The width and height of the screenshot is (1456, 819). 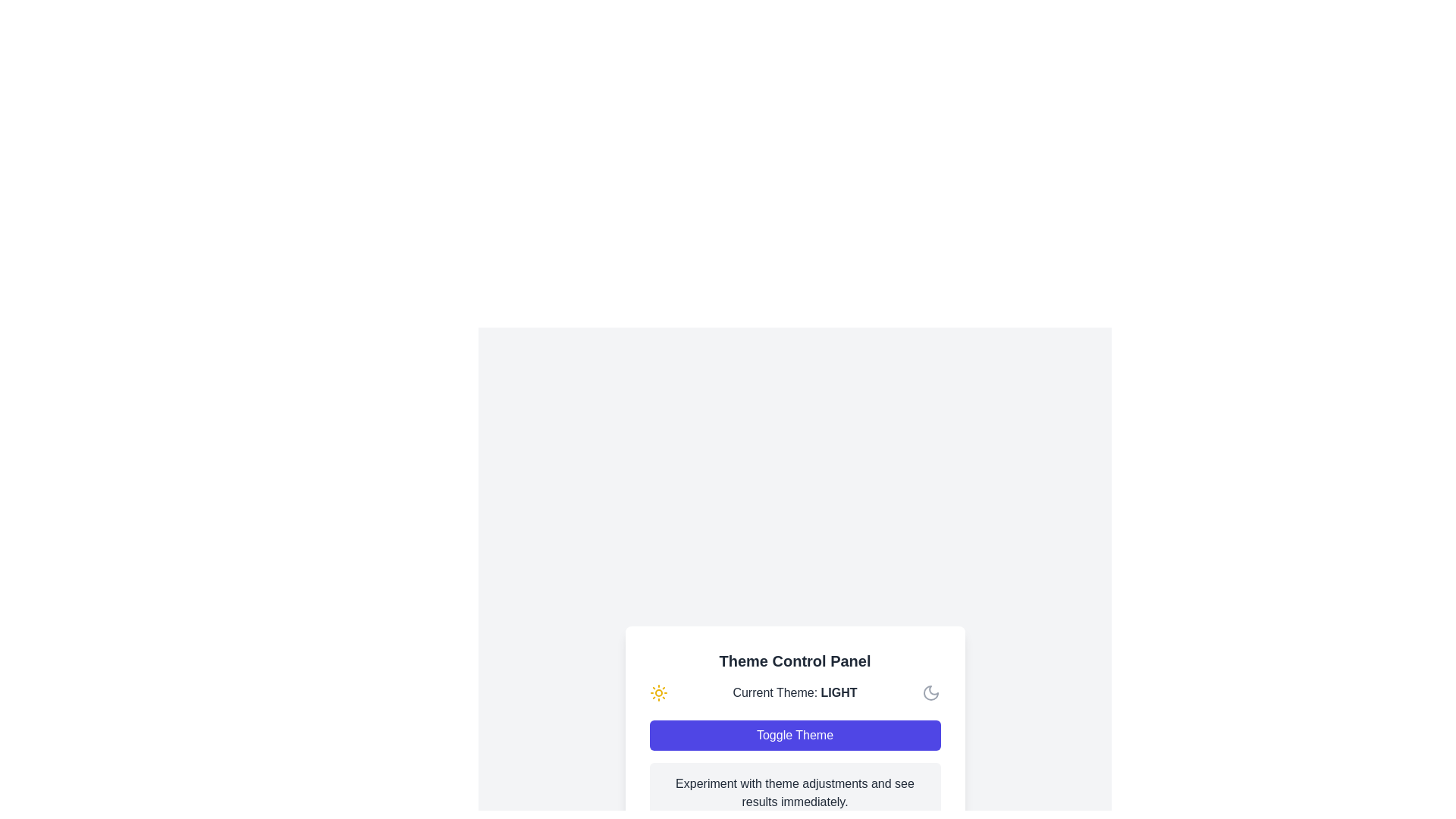 I want to click on the informational label displaying 'Current Theme: LIGHT' with sun and moon icons in the Theme Control Panel, so click(x=794, y=693).